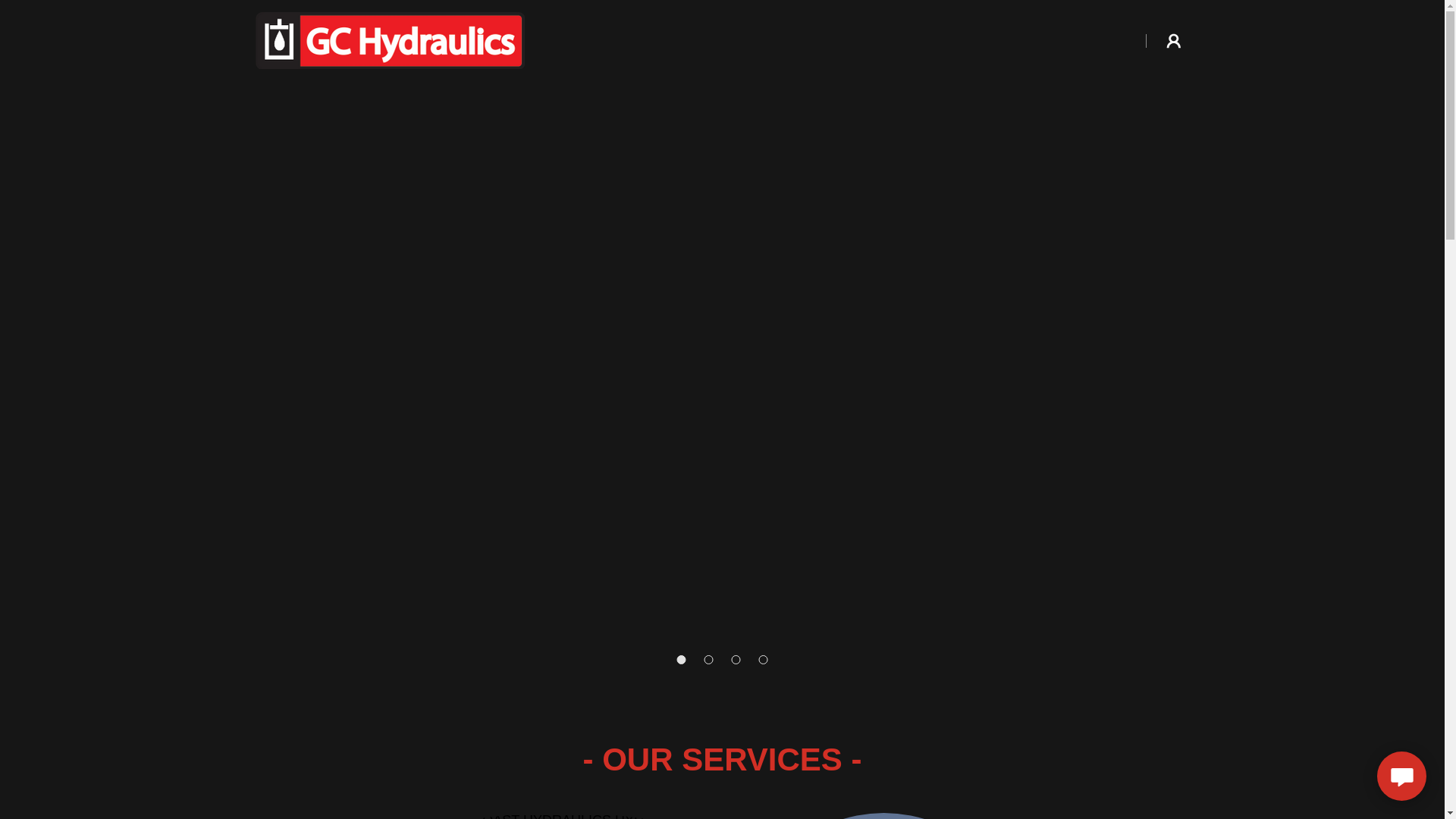 The width and height of the screenshot is (1456, 819). What do you see at coordinates (389, 38) in the screenshot?
I see `'GC Hydraulics'` at bounding box center [389, 38].